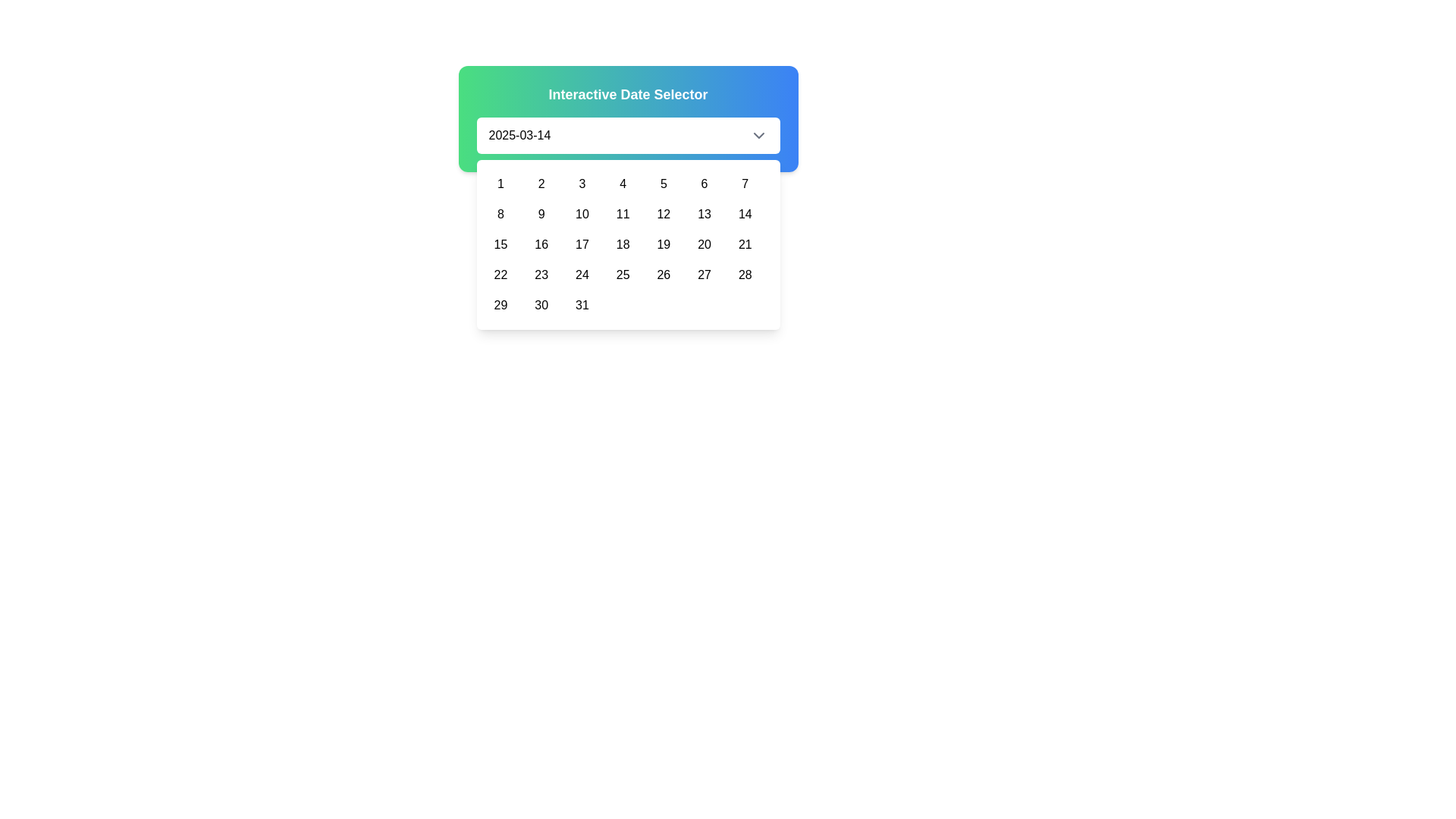 The height and width of the screenshot is (819, 1456). What do you see at coordinates (704, 275) in the screenshot?
I see `the button` at bounding box center [704, 275].